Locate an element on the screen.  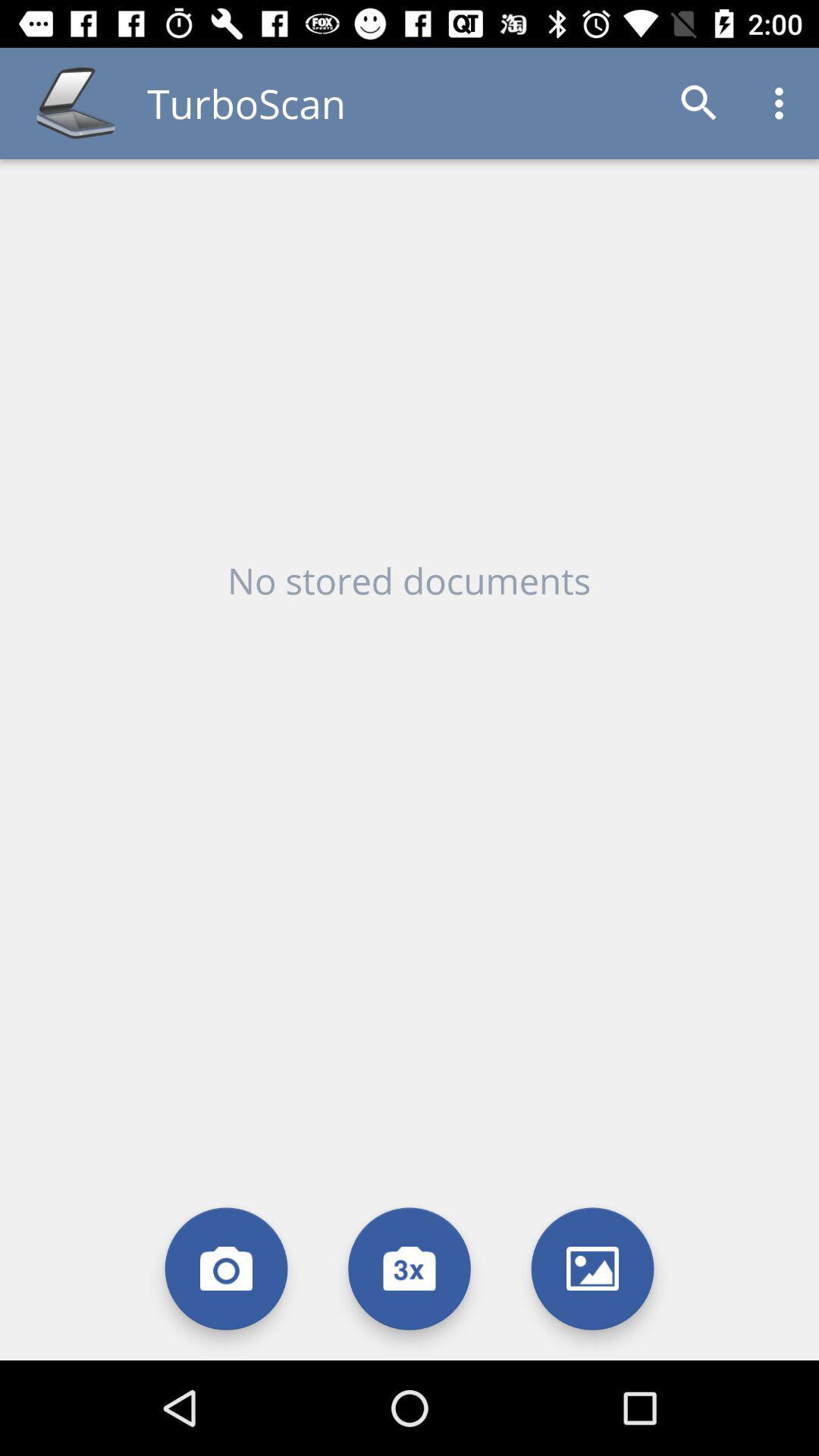
icon below the no stored documents item is located at coordinates (226, 1269).